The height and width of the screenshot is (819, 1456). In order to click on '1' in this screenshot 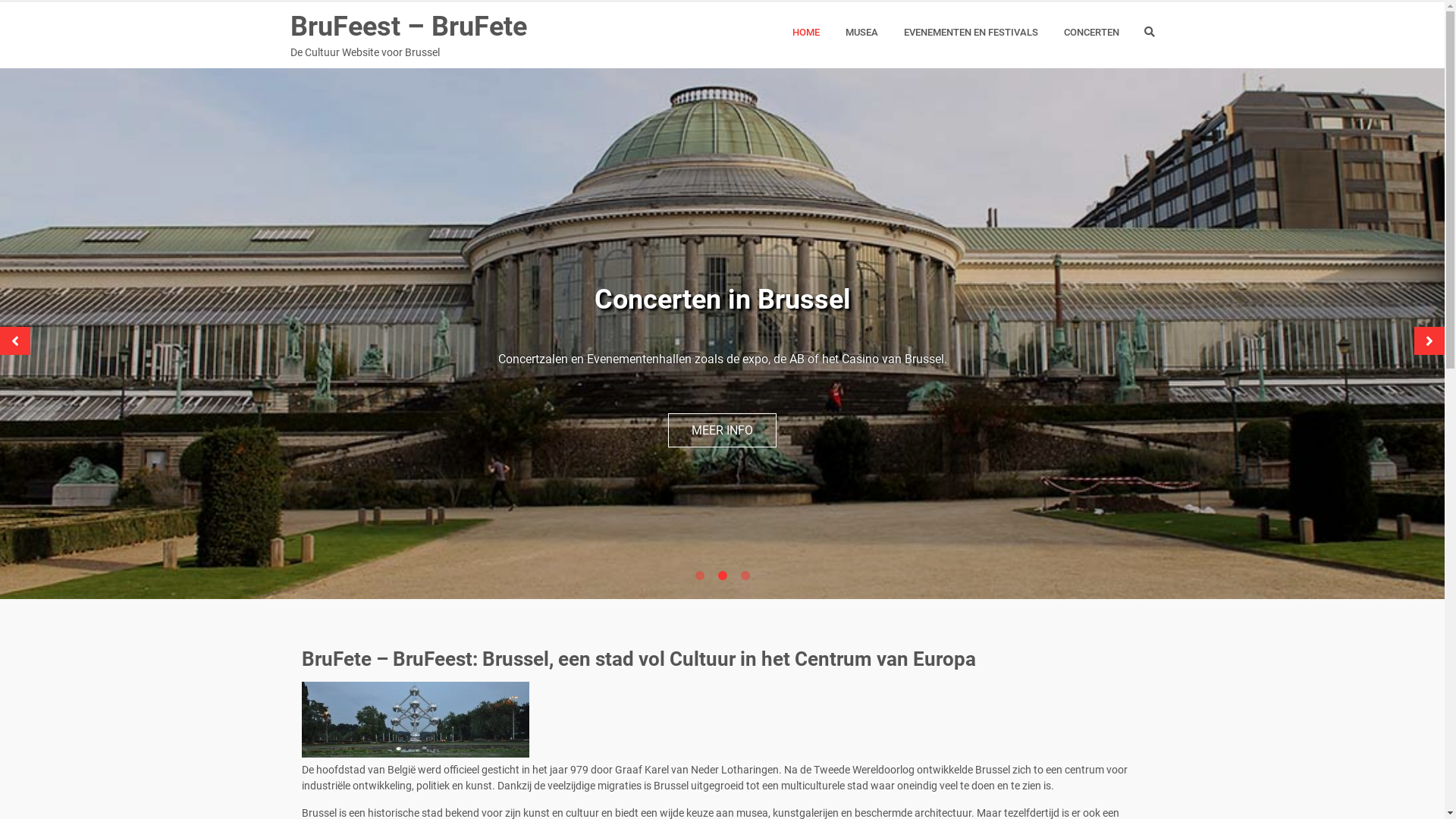, I will do `click(698, 576)`.